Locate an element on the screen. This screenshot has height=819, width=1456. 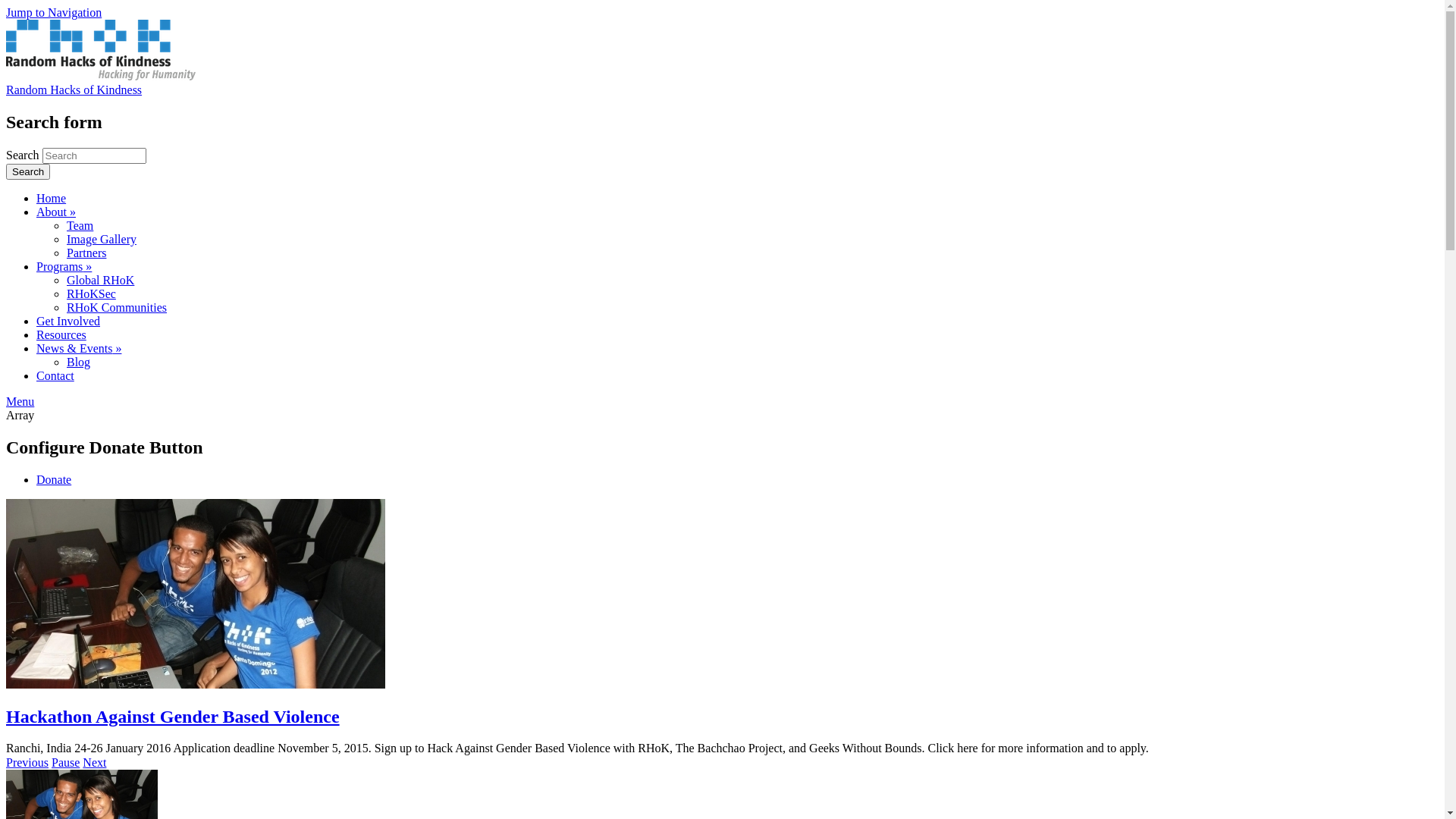
'Random Hacks of Kindness' is located at coordinates (73, 89).